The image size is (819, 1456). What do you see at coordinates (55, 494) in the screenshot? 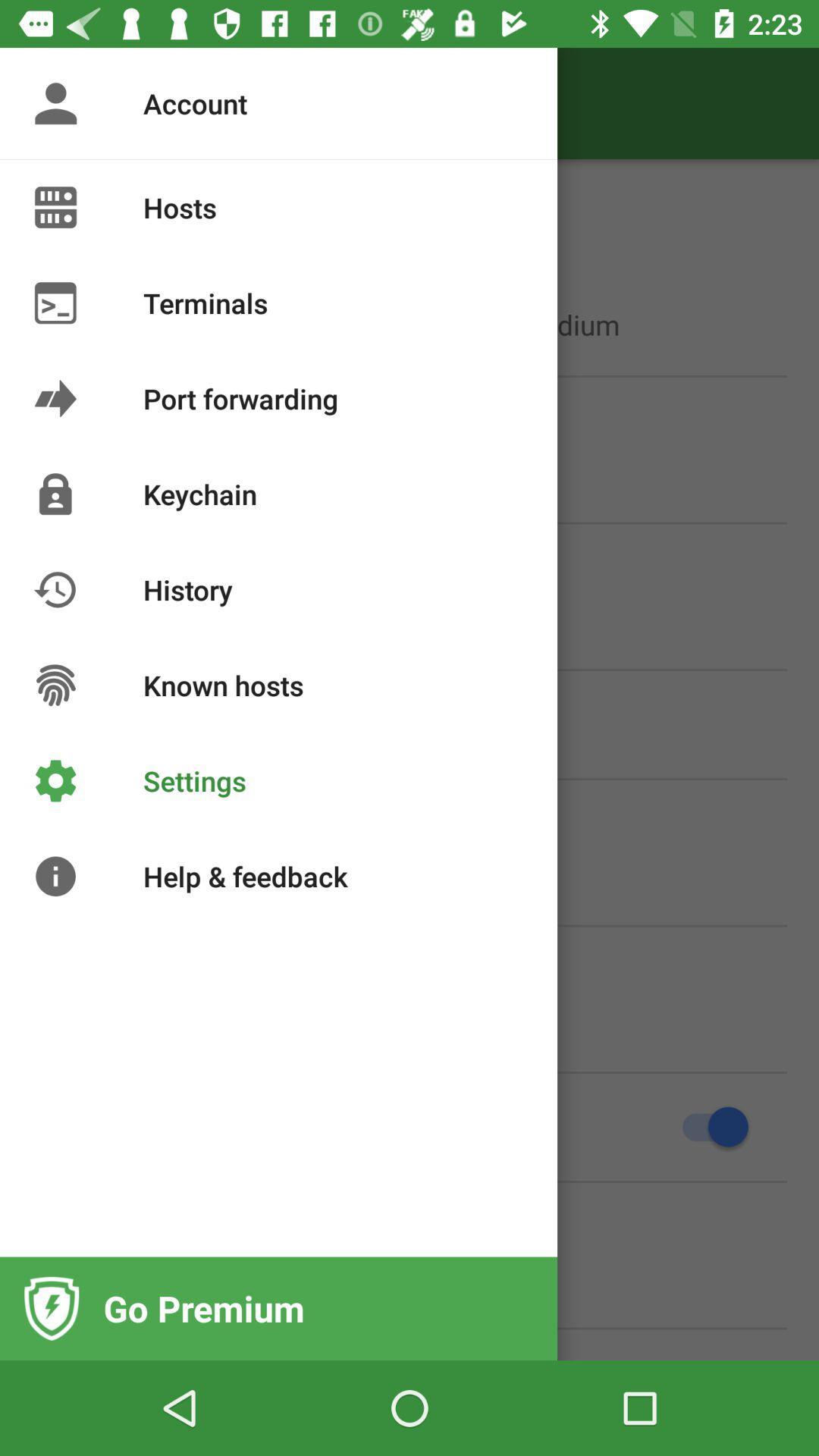
I see `the image of lock at left side of keychain` at bounding box center [55, 494].